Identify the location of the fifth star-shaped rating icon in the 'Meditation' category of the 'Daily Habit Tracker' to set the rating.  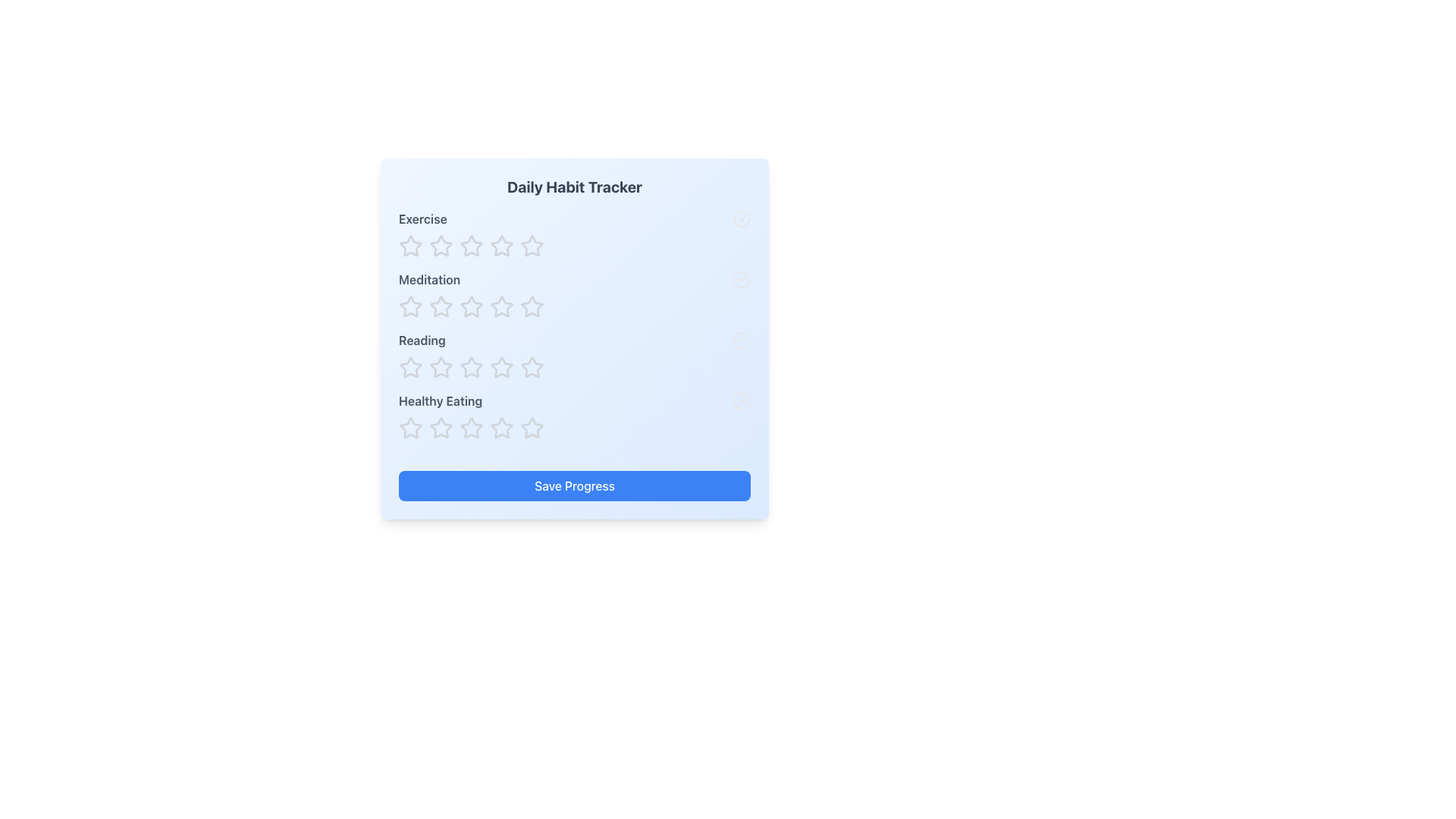
(532, 307).